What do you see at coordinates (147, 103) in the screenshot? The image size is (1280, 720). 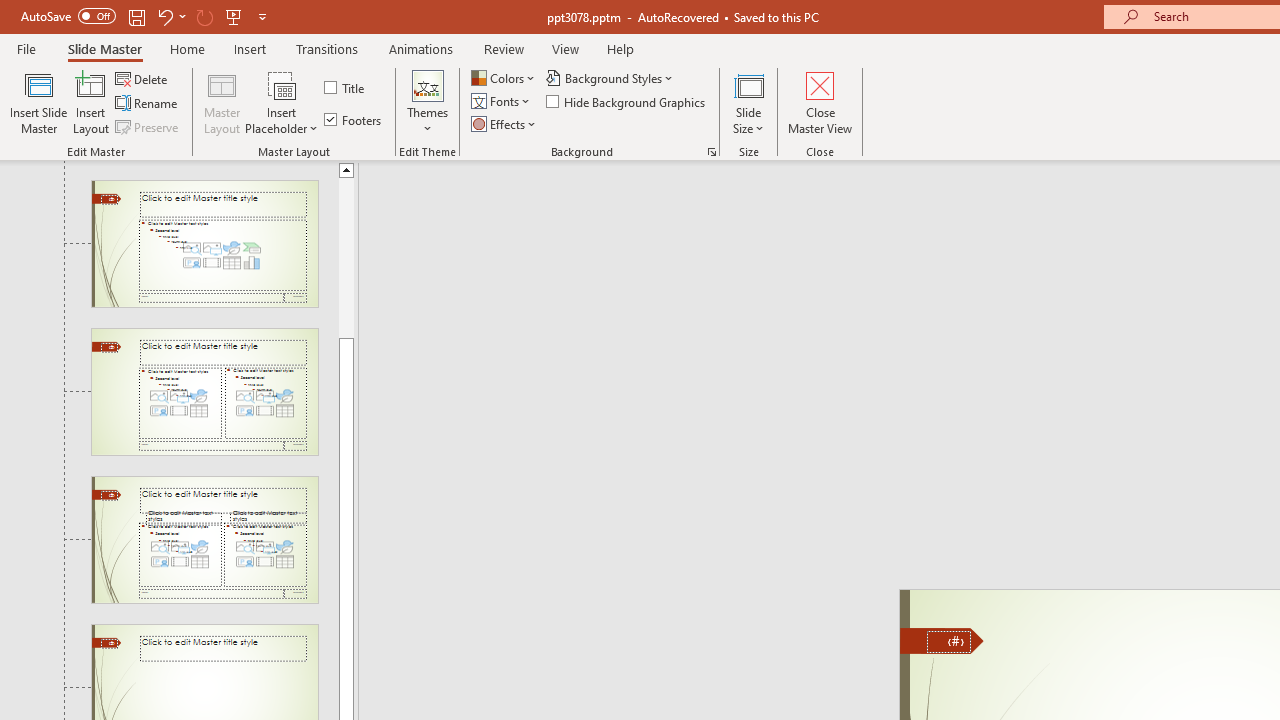 I see `'Rename'` at bounding box center [147, 103].